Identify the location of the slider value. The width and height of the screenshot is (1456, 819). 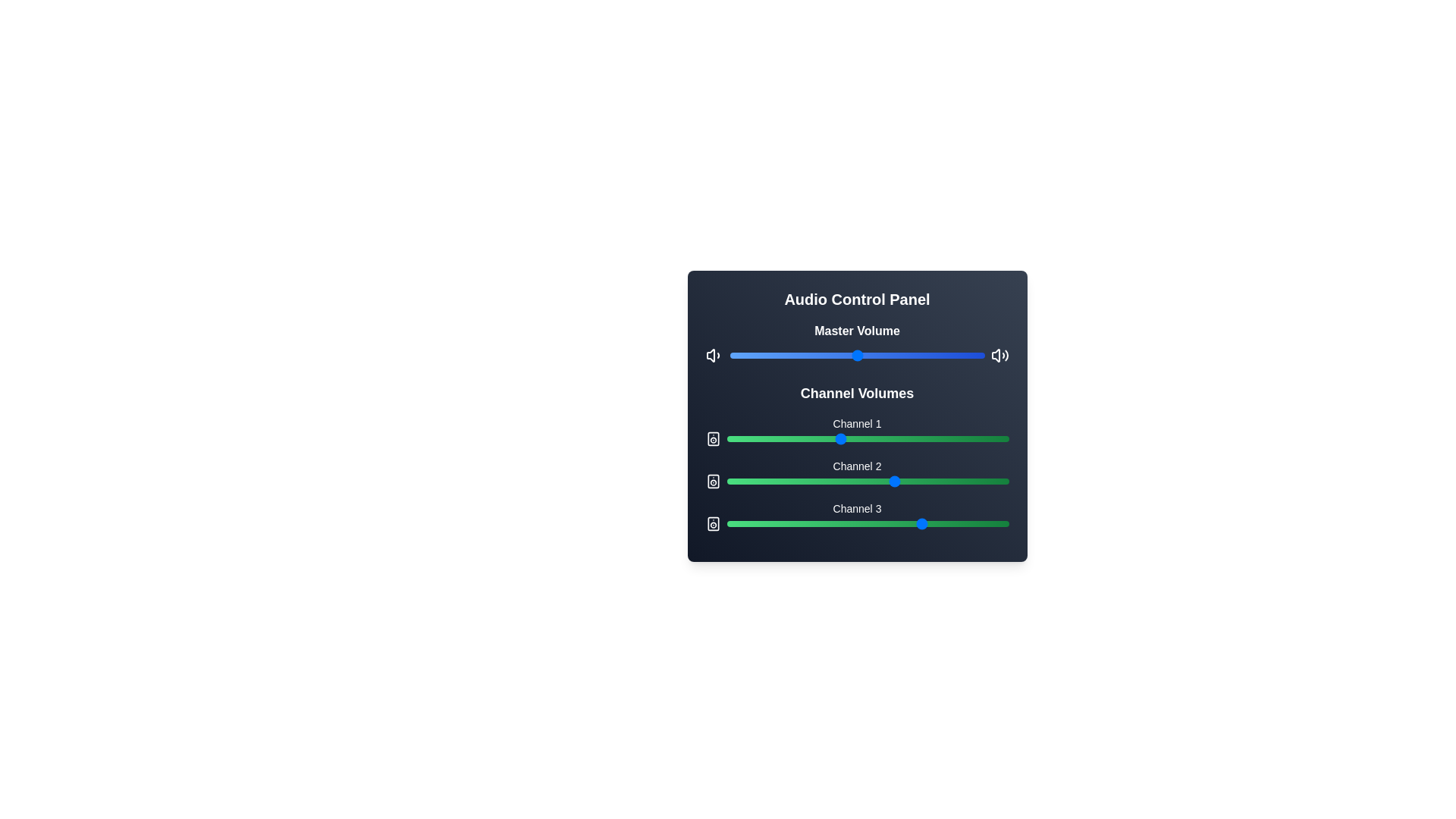
(896, 438).